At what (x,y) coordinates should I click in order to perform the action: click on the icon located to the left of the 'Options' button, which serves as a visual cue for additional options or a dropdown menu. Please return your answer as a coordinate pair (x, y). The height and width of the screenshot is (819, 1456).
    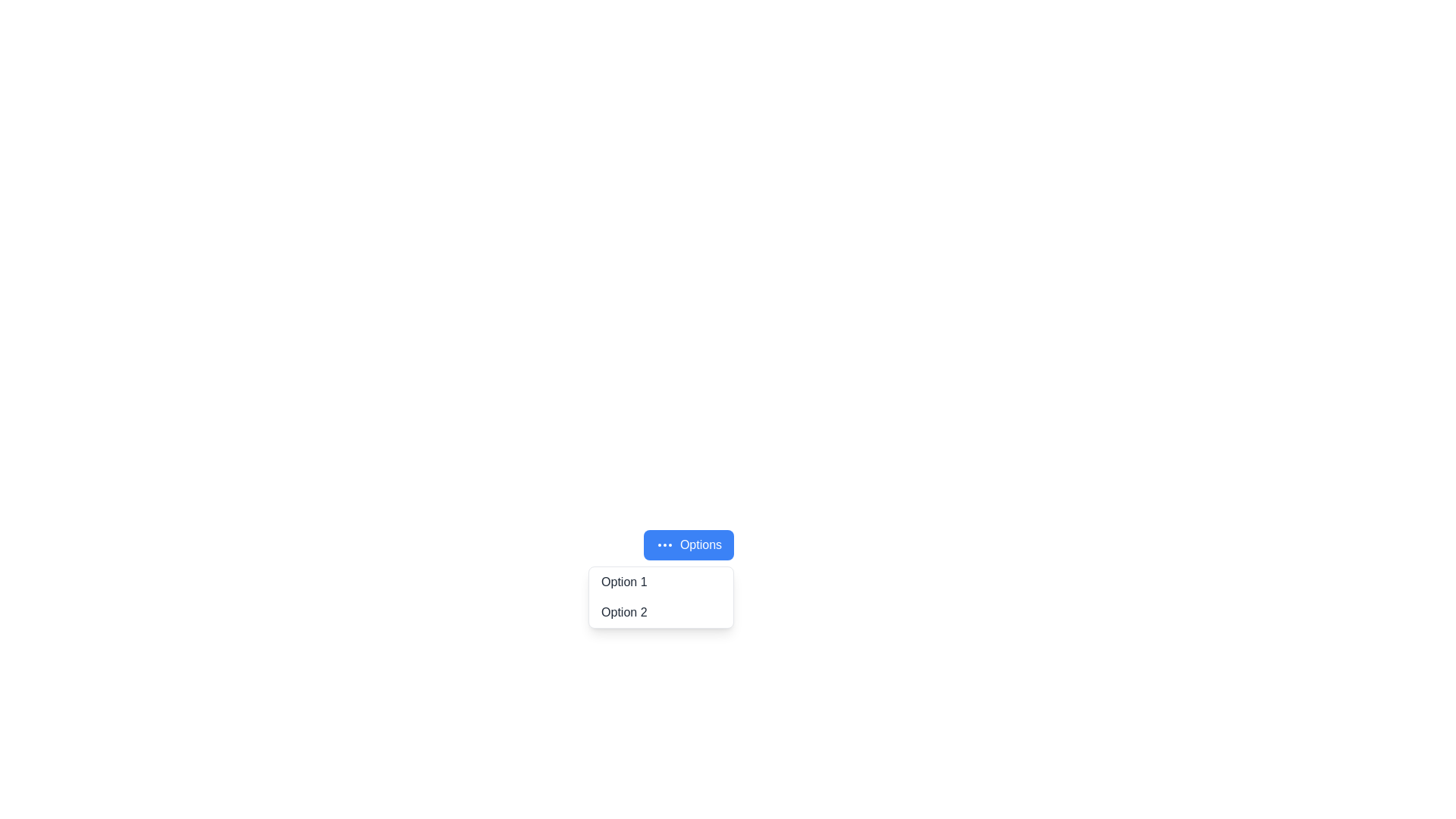
    Looking at the image, I should click on (664, 544).